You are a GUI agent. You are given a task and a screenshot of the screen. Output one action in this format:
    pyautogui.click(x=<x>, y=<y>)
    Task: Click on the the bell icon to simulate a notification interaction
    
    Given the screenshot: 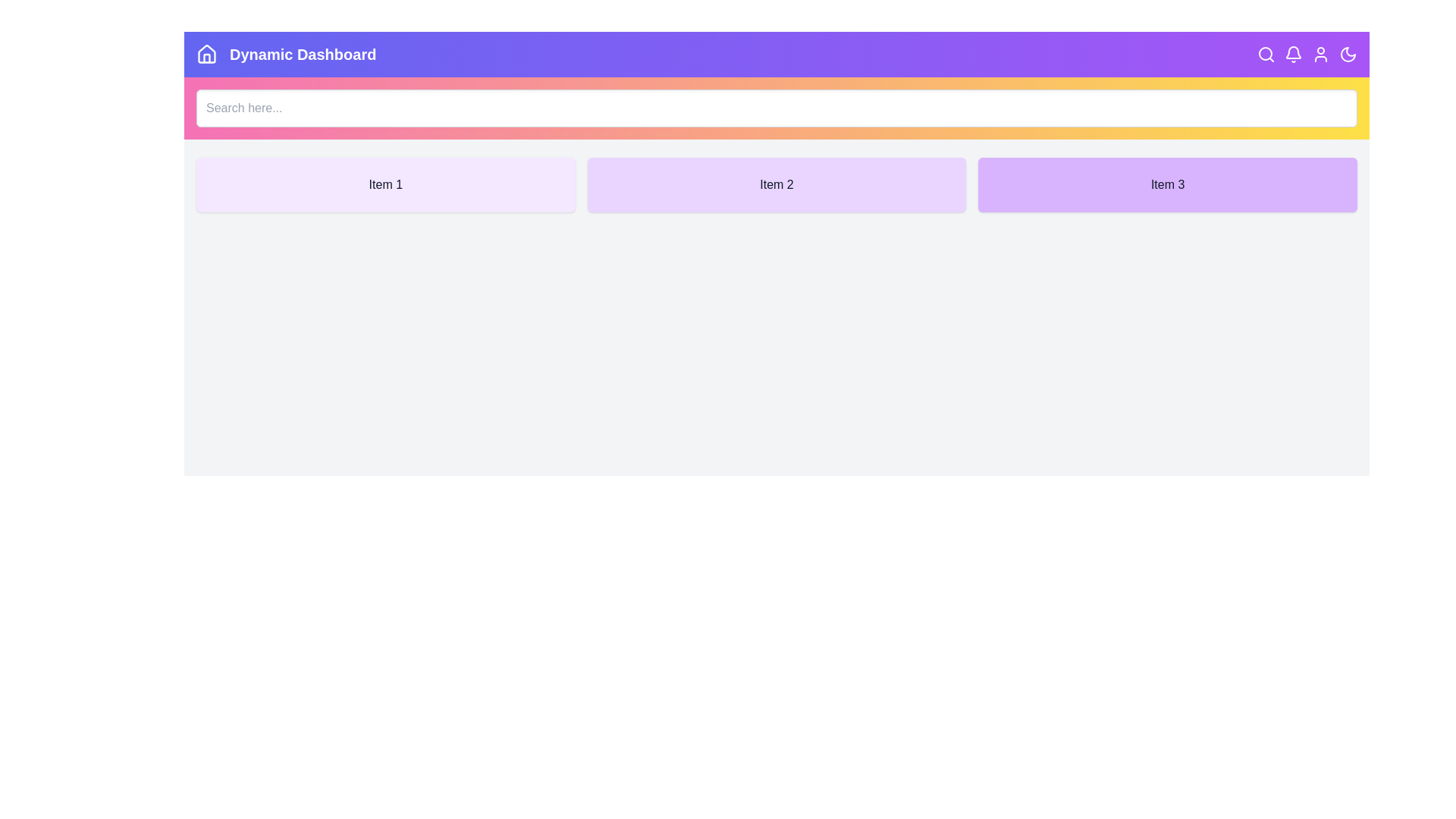 What is the action you would take?
    pyautogui.click(x=1292, y=54)
    